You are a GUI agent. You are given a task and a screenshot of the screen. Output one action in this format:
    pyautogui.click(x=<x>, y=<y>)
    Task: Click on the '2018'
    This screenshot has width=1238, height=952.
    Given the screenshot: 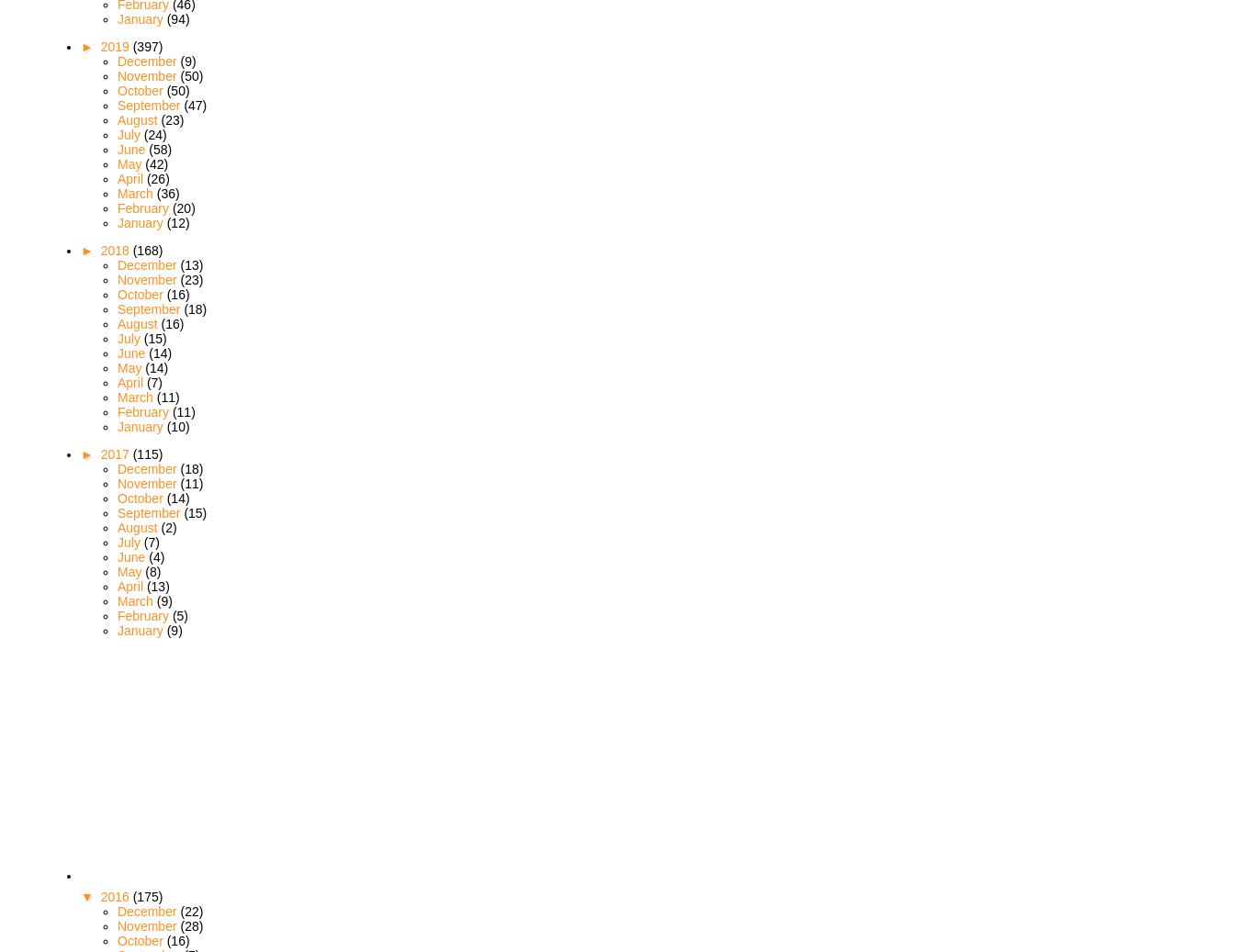 What is the action you would take?
    pyautogui.click(x=115, y=249)
    